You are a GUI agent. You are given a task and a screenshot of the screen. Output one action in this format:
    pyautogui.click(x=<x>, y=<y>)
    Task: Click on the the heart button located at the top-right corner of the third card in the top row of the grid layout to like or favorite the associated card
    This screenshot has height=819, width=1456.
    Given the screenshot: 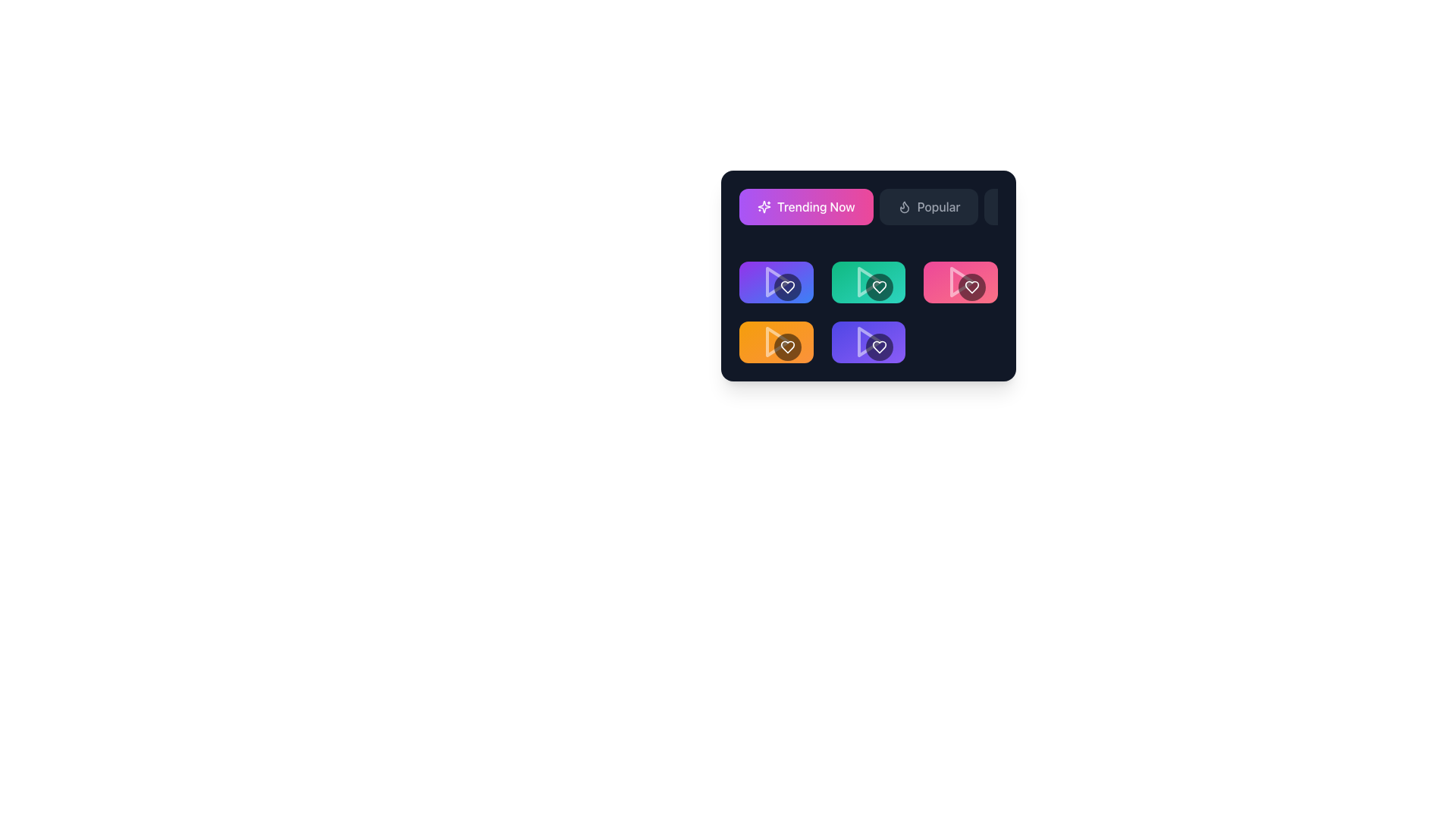 What is the action you would take?
    pyautogui.click(x=971, y=287)
    